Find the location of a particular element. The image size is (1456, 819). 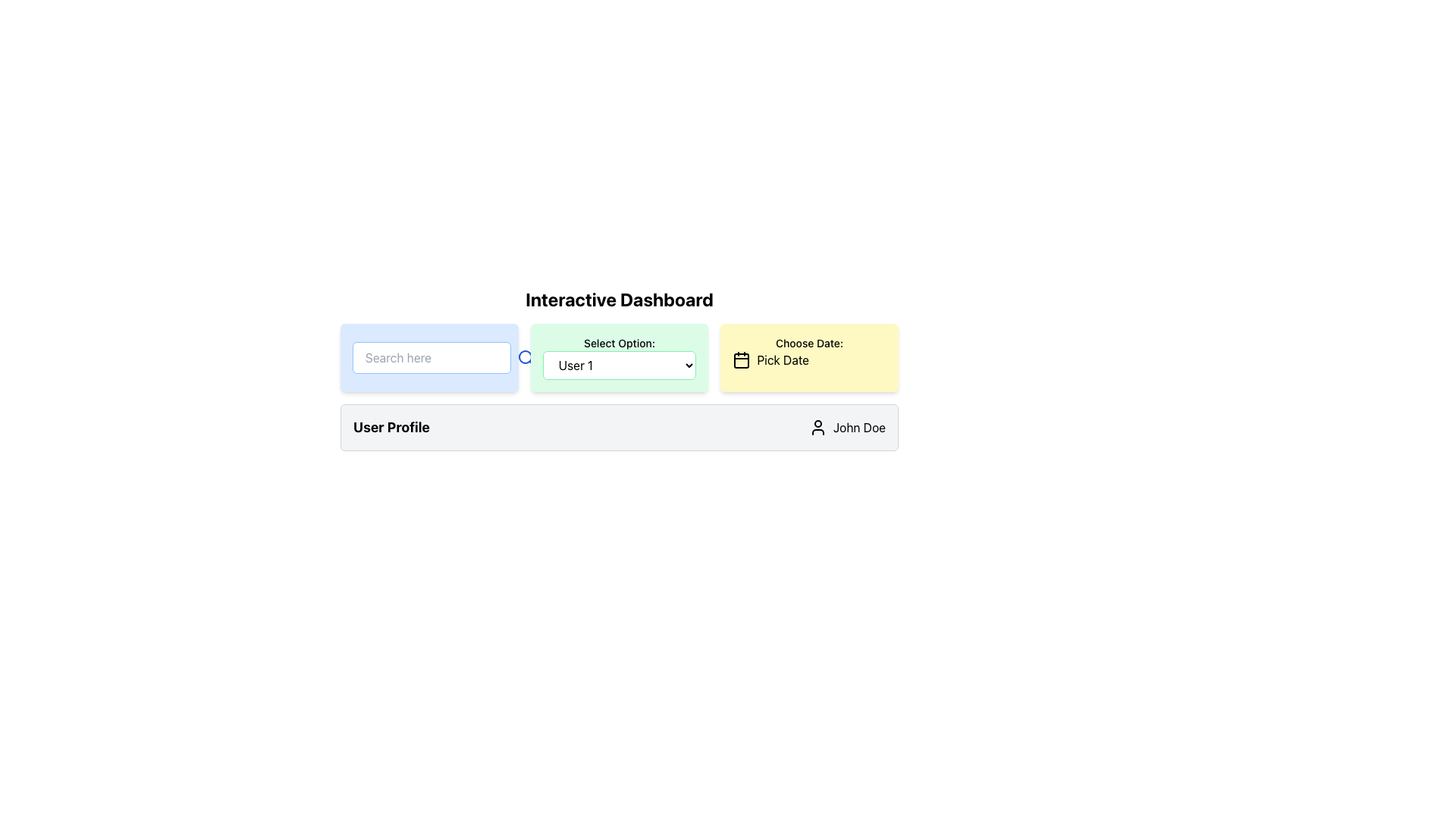

the 'Pick Date' text label, which is styled in bold font with dark text on a light yellow background, located next to a calendar icon within the 'Choose Date' section of the Interactive Dashboard is located at coordinates (783, 359).